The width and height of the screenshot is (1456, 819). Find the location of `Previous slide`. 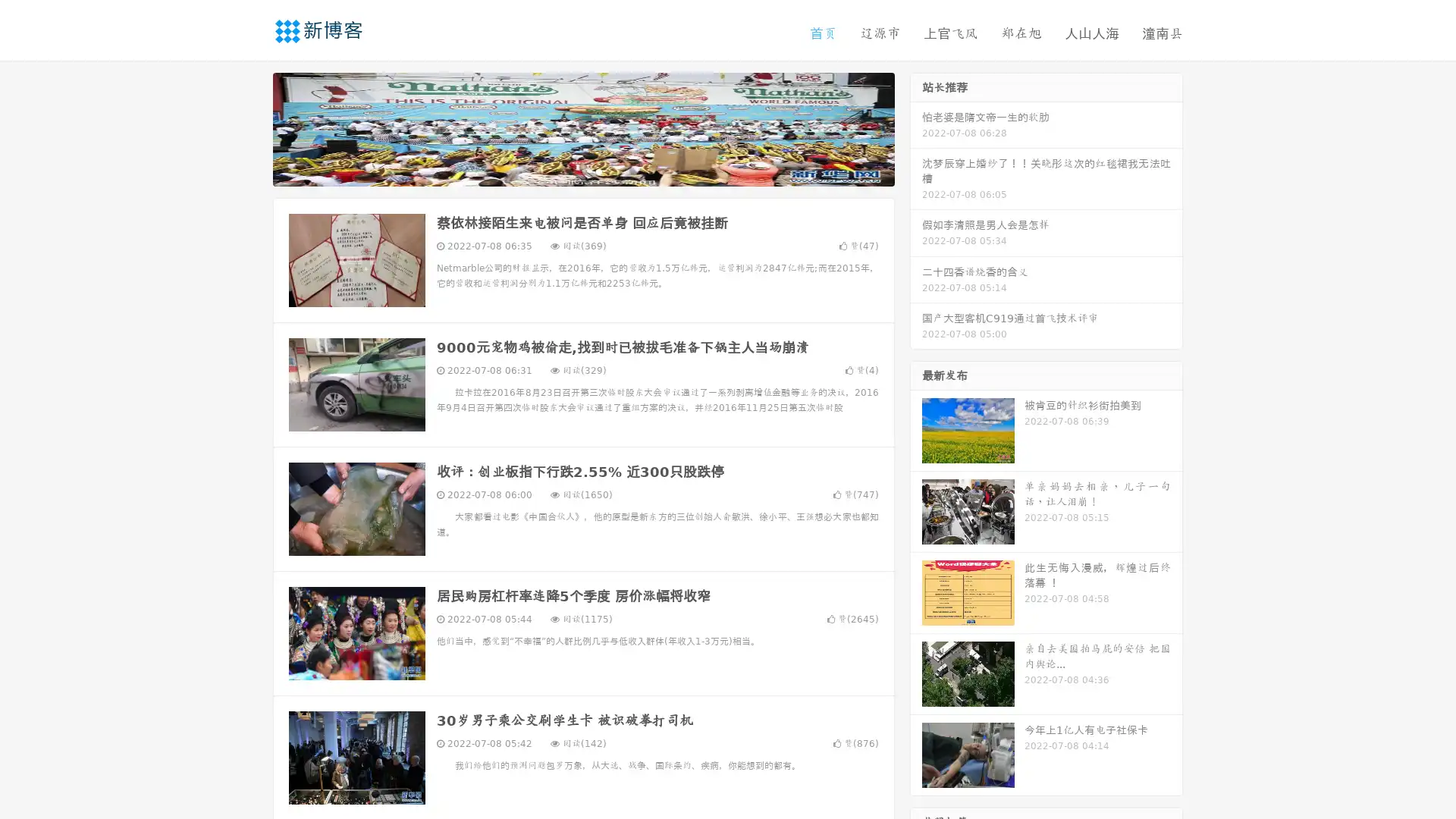

Previous slide is located at coordinates (250, 127).